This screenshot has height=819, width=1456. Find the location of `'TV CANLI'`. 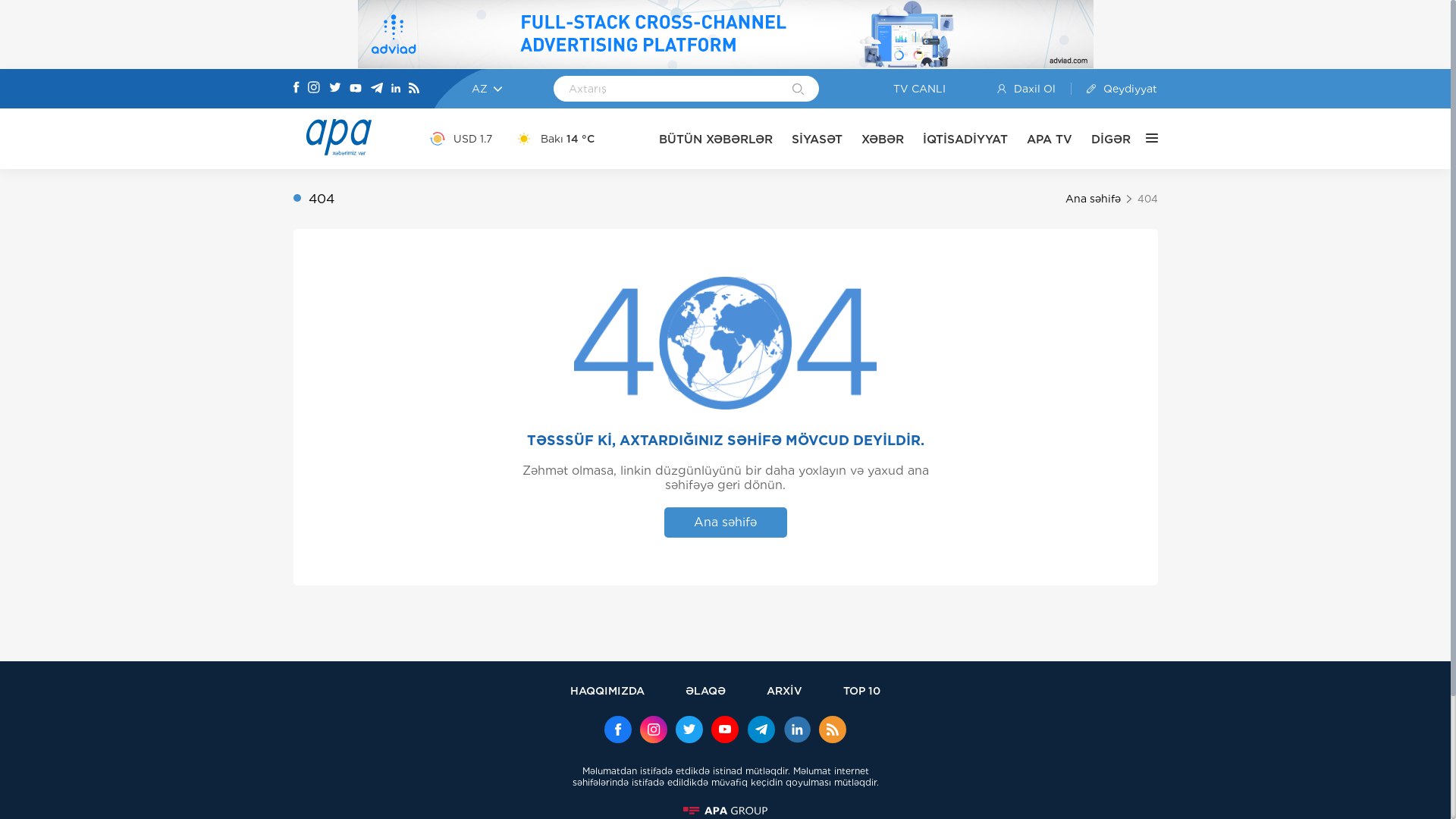

'TV CANLI' is located at coordinates (870, 88).